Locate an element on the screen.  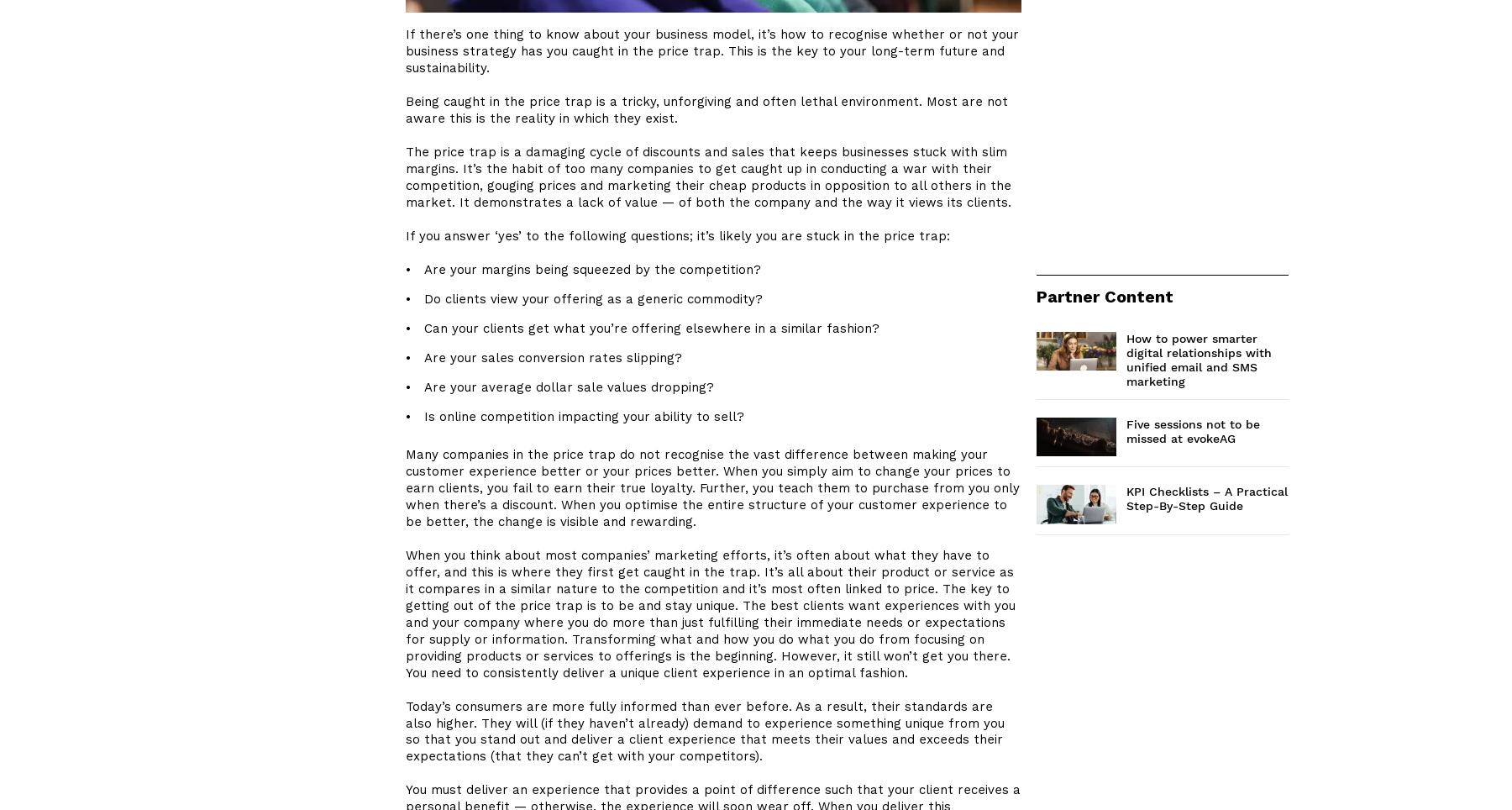
'Today’s consumers are more fully informed than ever before. As a result, their standards are also higher. They will (if they haven’t already) demand to experience something unique from you so that you stand out and deliver a client experience that meets their values and exceeds their expectations (that they can’t get with your competitors).' is located at coordinates (705, 732).